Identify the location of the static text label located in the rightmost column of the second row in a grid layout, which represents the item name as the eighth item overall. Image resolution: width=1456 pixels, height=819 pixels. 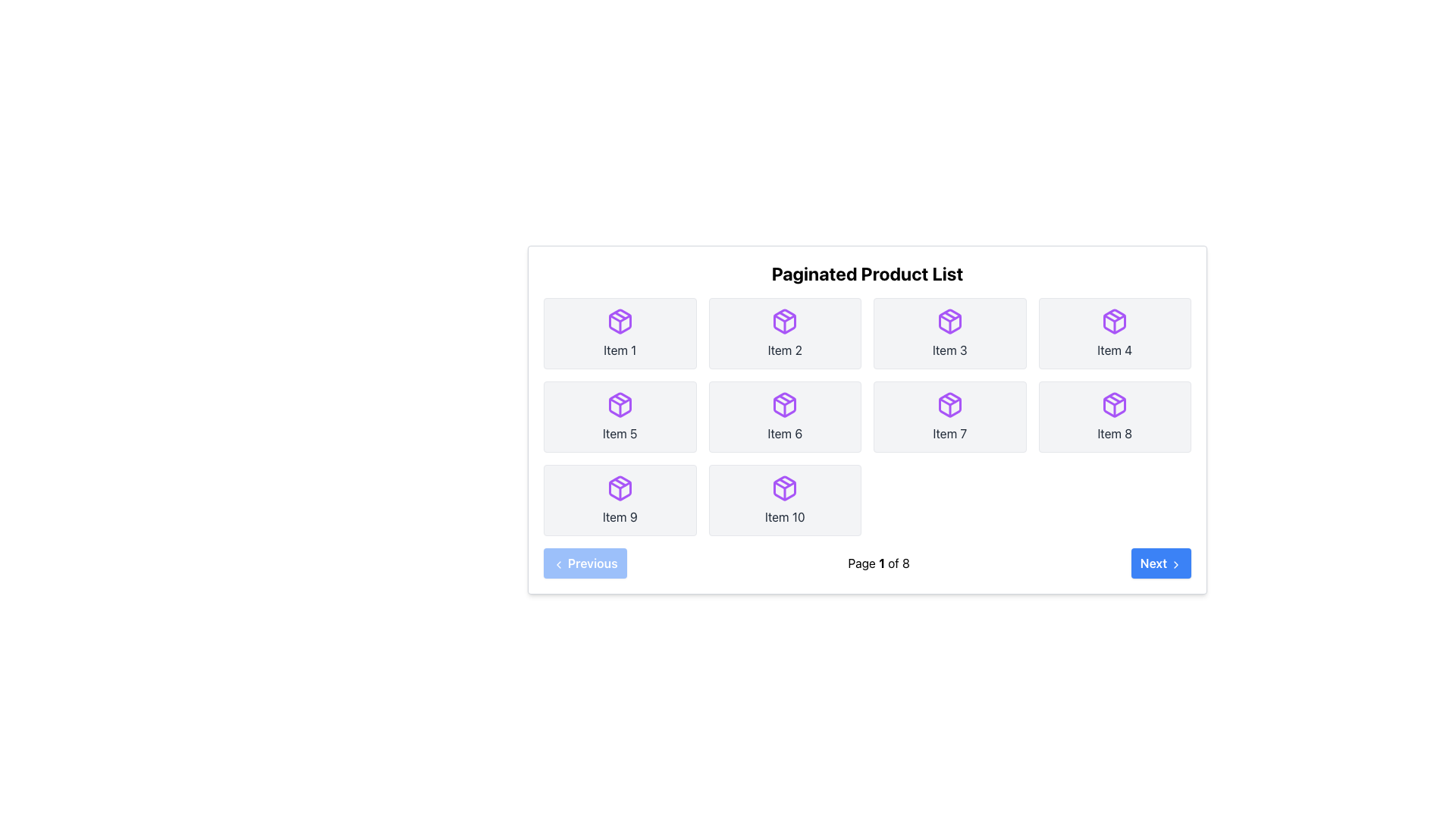
(1115, 433).